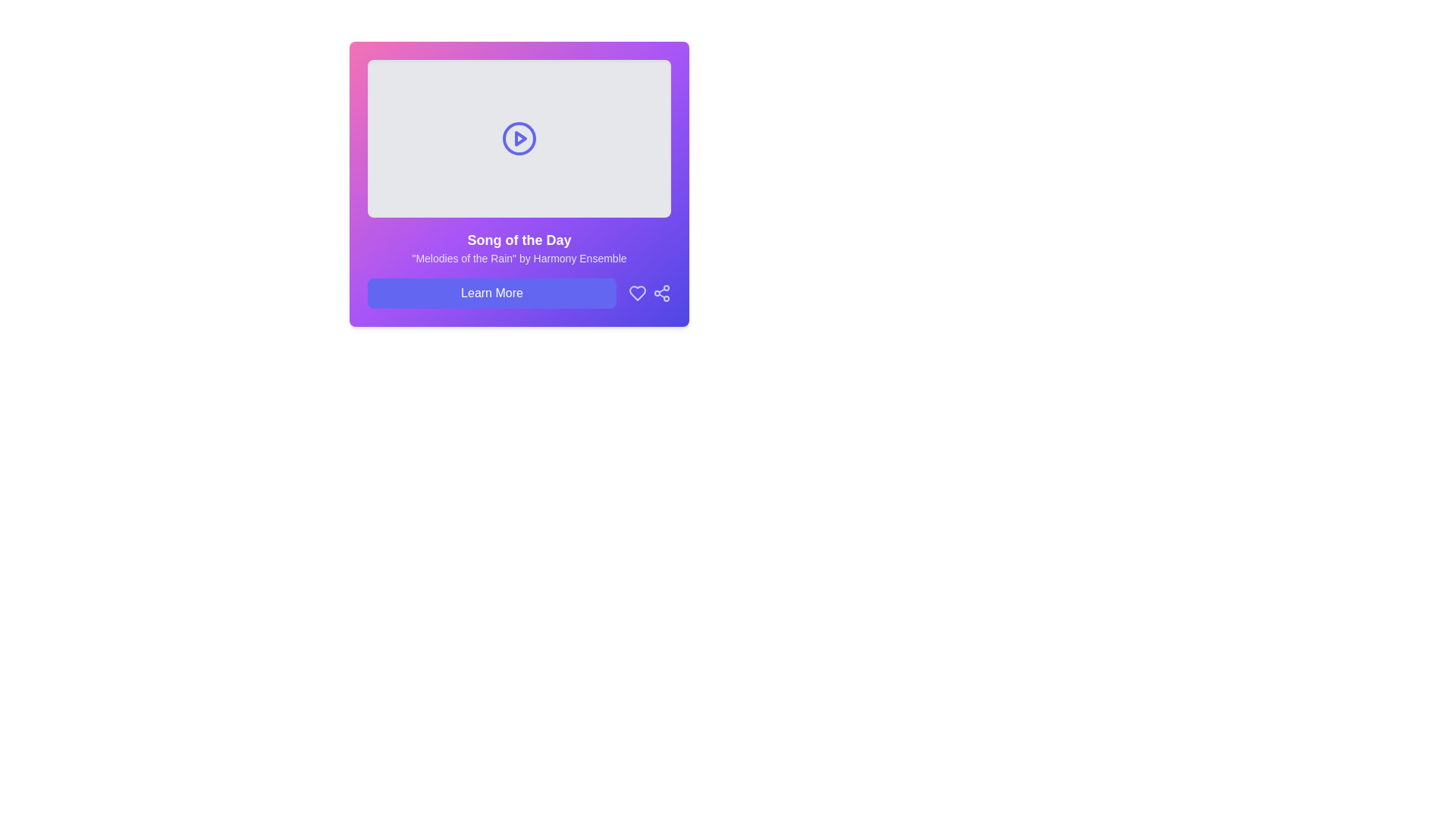  Describe the element at coordinates (519, 138) in the screenshot. I see `the outer circle of the play button icon in the multimedia preview section of the 'Song of the Day' card, which visually emphasizes the play triangle symbol` at that location.